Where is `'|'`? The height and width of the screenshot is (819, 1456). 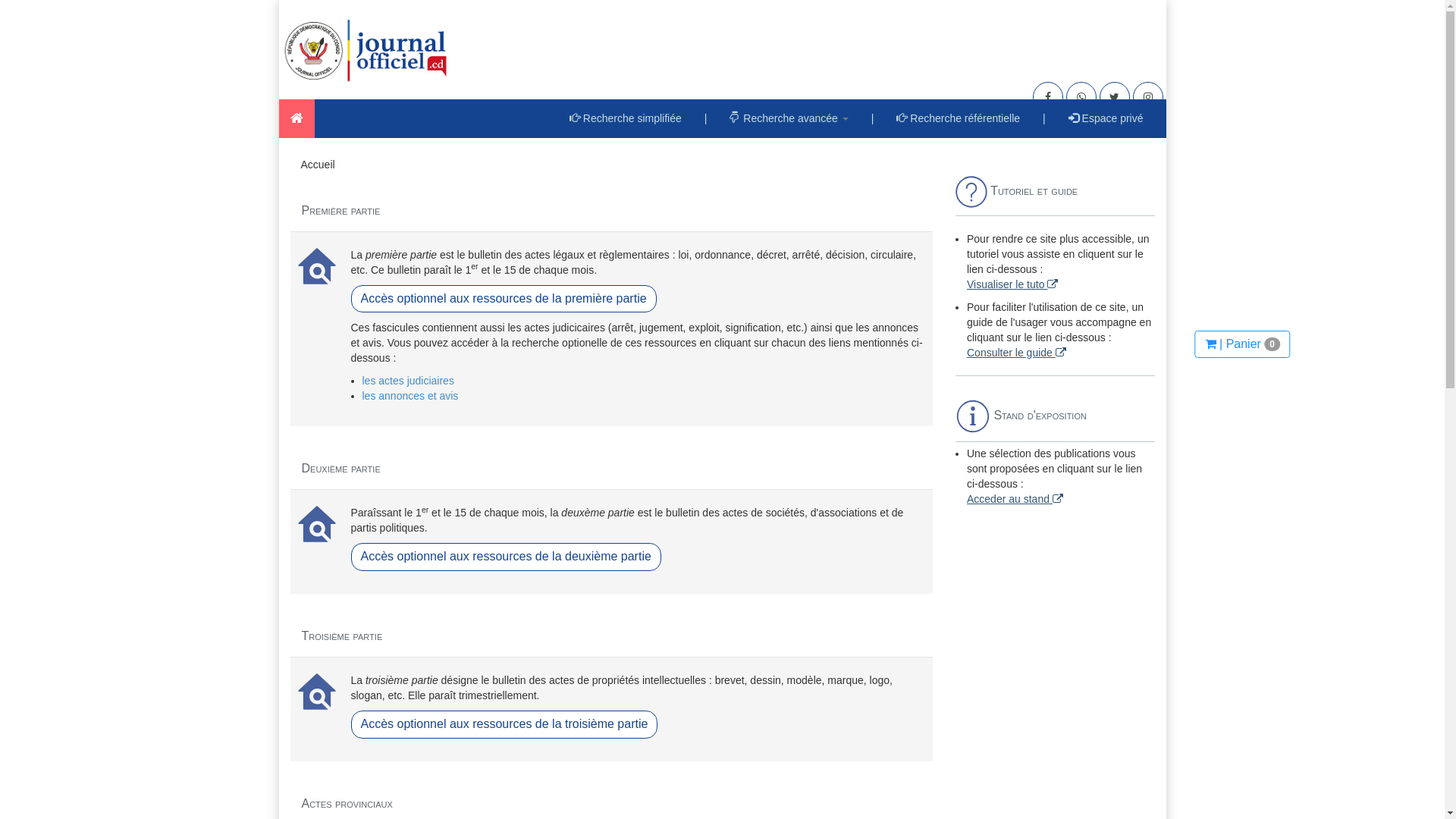
'|' is located at coordinates (705, 117).